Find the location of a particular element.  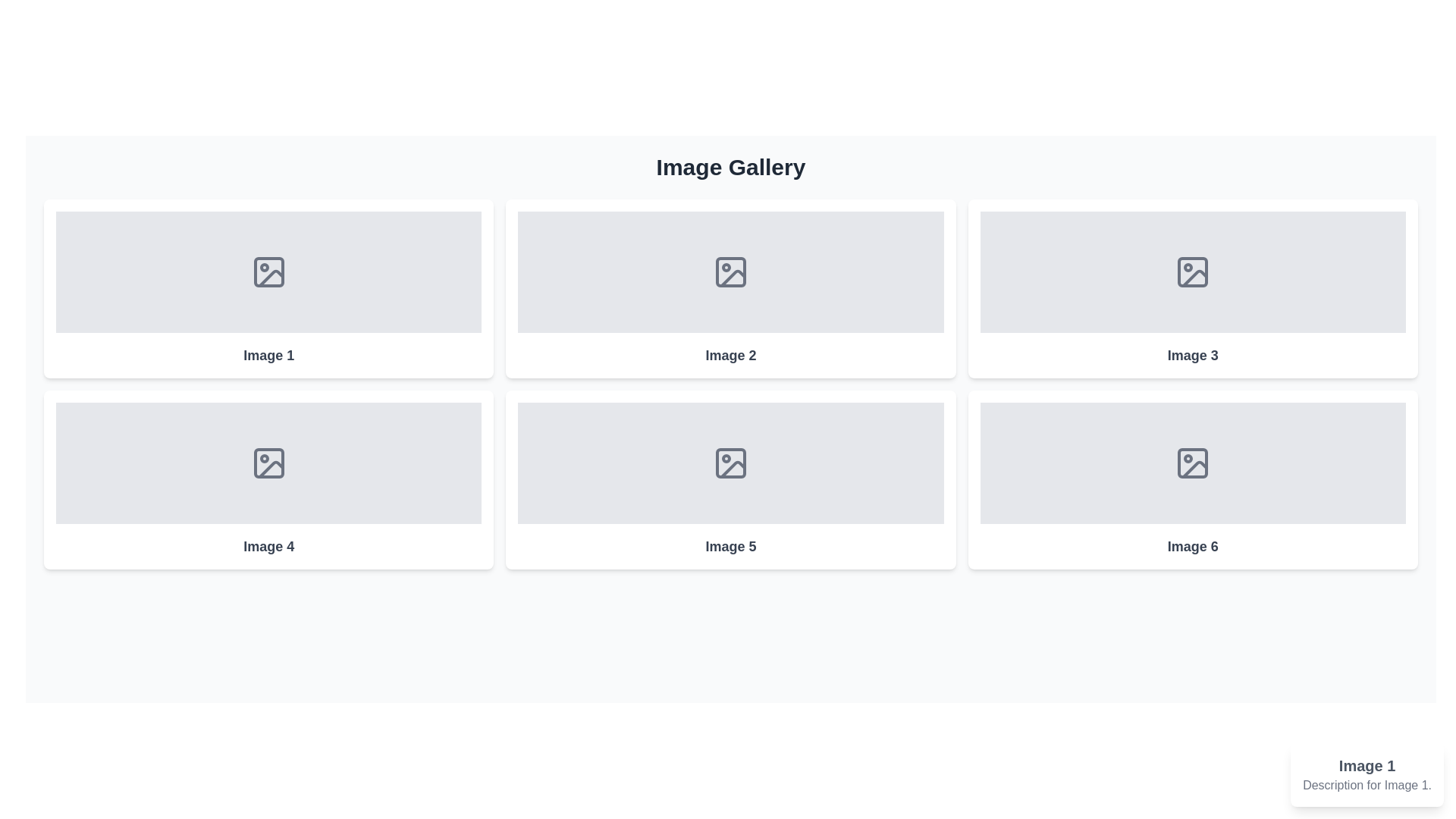

the first card UI component in the image gallery is located at coordinates (268, 289).